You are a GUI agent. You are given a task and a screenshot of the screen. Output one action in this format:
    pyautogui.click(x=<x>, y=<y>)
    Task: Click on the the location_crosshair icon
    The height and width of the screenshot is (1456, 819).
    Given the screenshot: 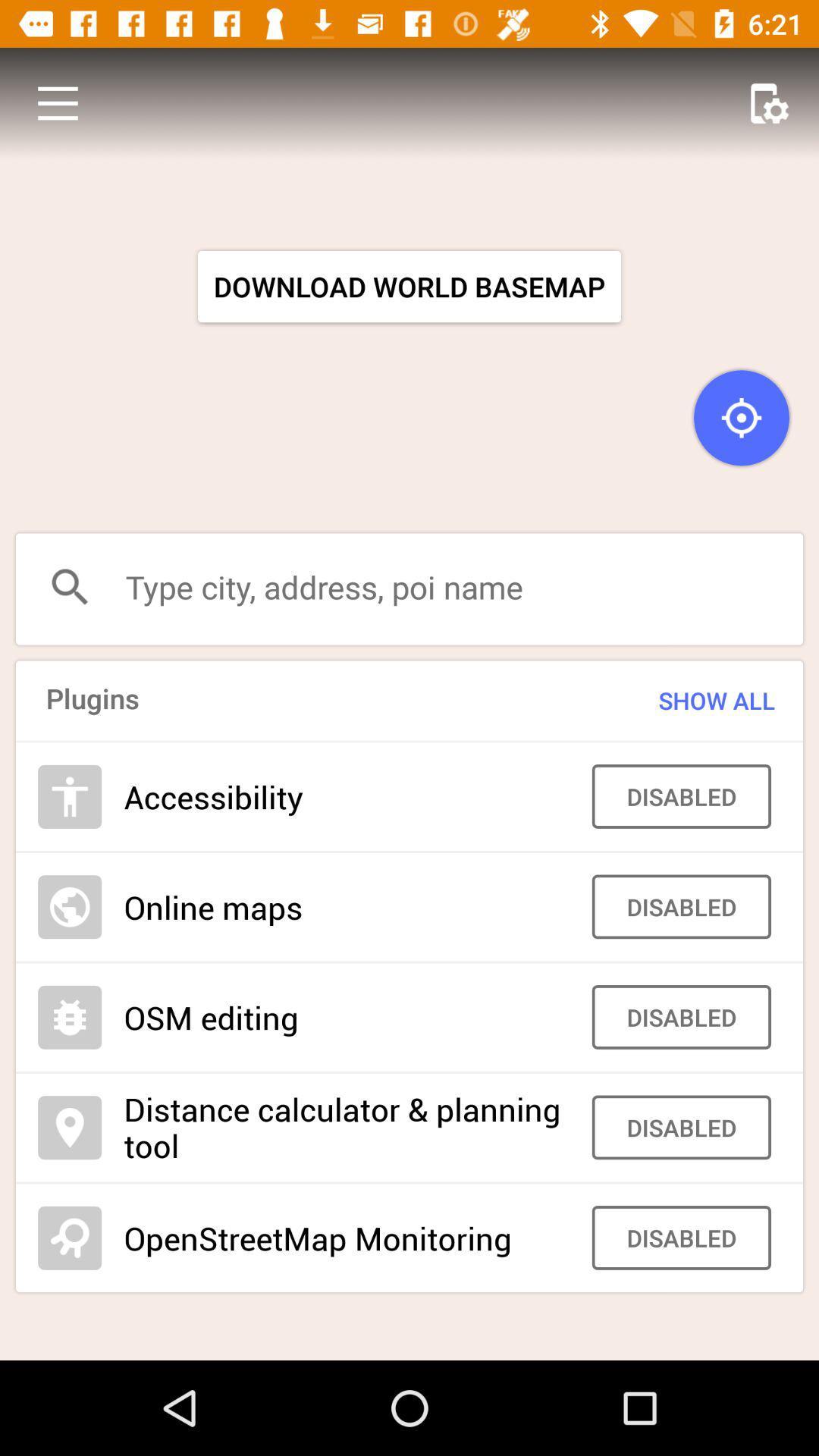 What is the action you would take?
    pyautogui.click(x=741, y=418)
    